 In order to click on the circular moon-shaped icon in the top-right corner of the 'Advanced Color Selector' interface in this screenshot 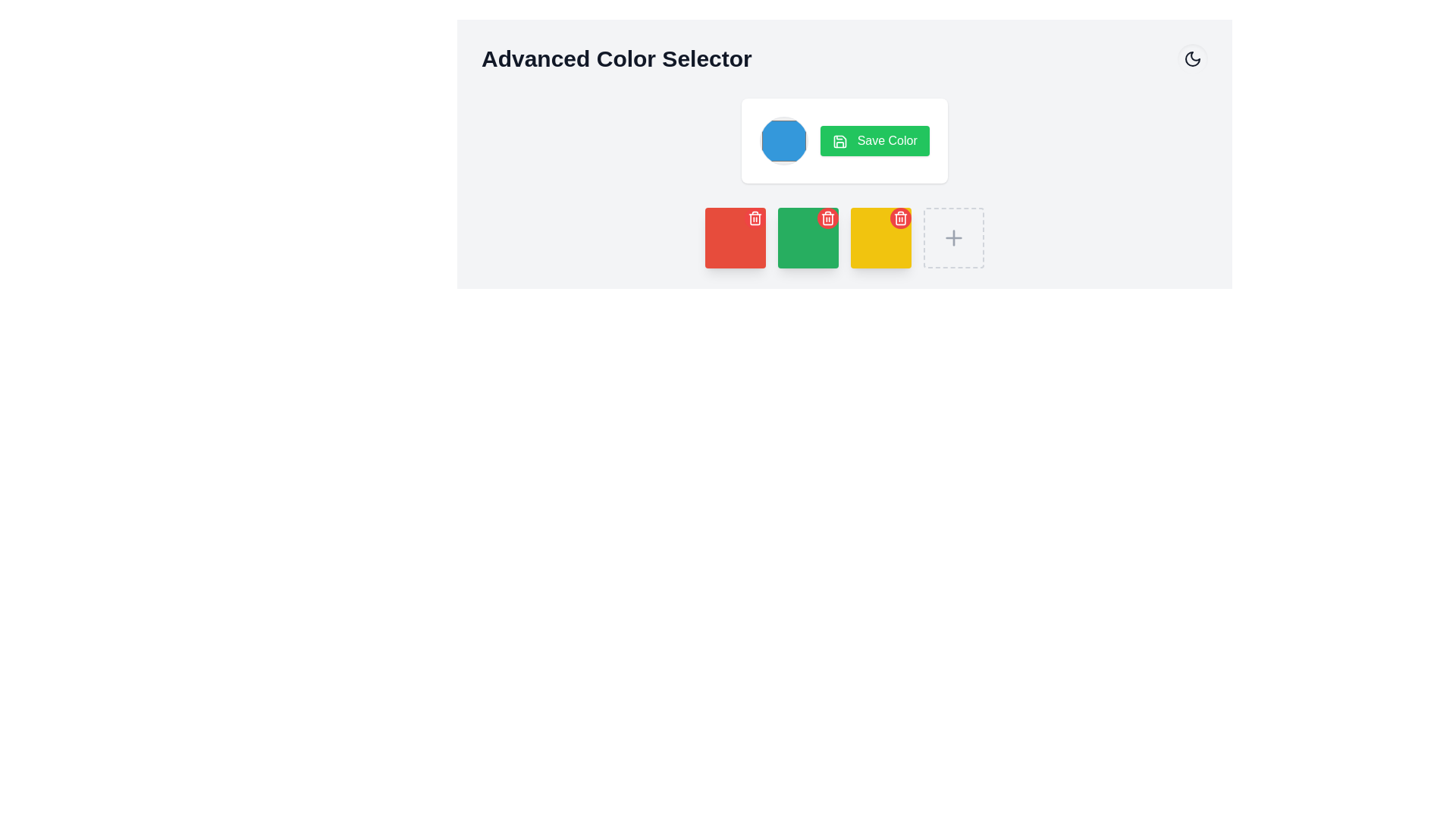, I will do `click(1192, 58)`.